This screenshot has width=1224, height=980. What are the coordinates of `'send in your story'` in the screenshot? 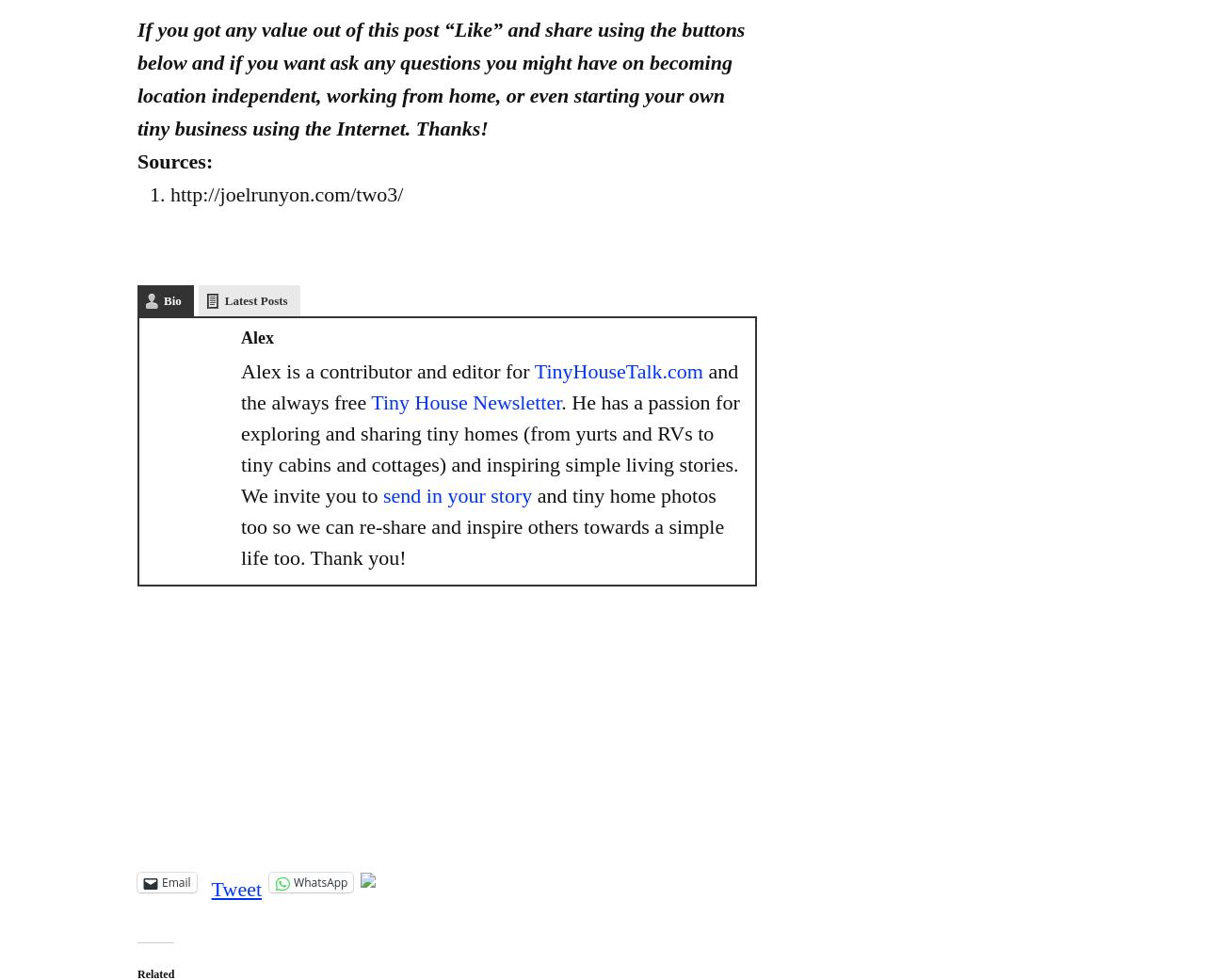 It's located at (381, 495).